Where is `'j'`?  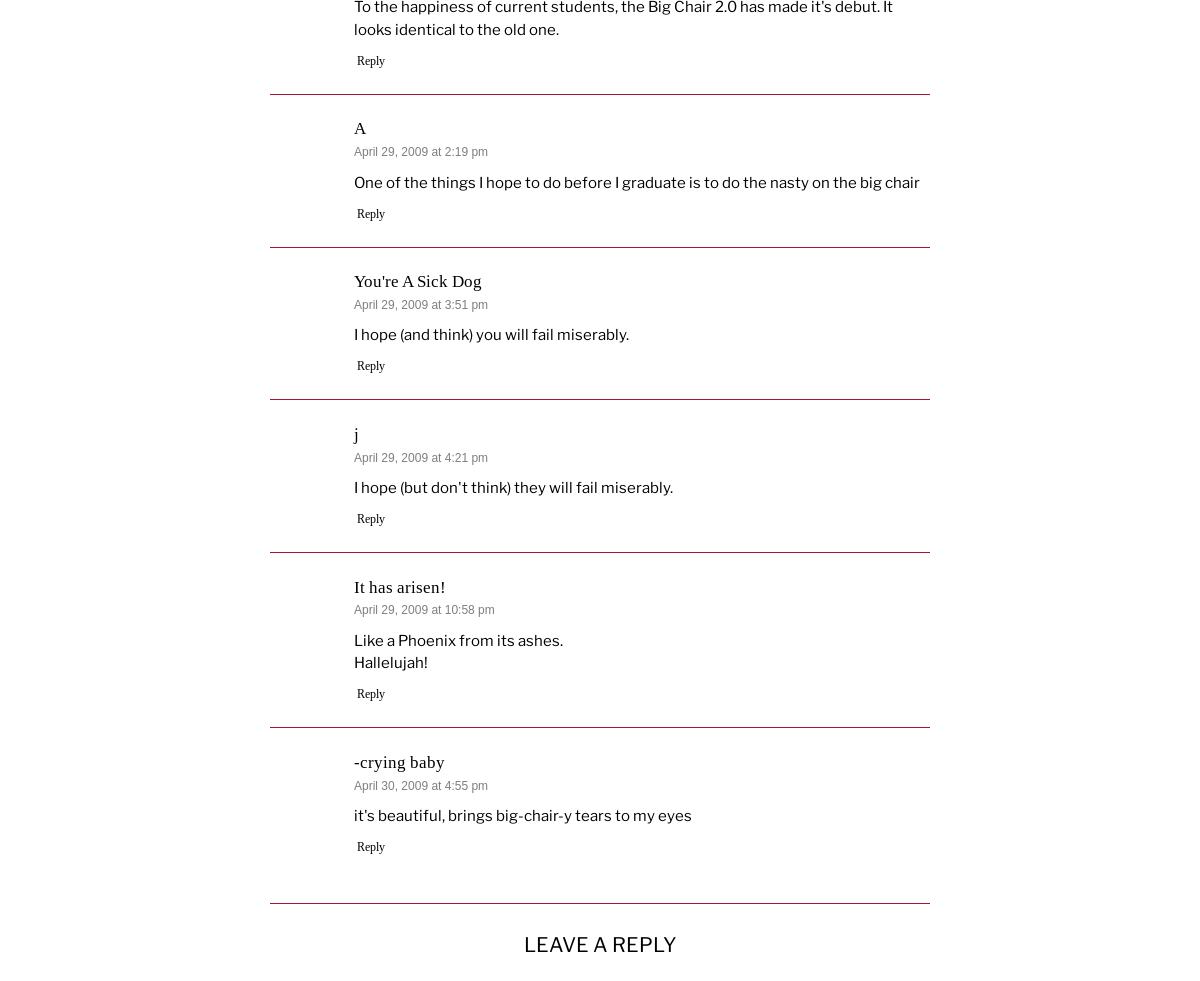
'j' is located at coordinates (356, 432).